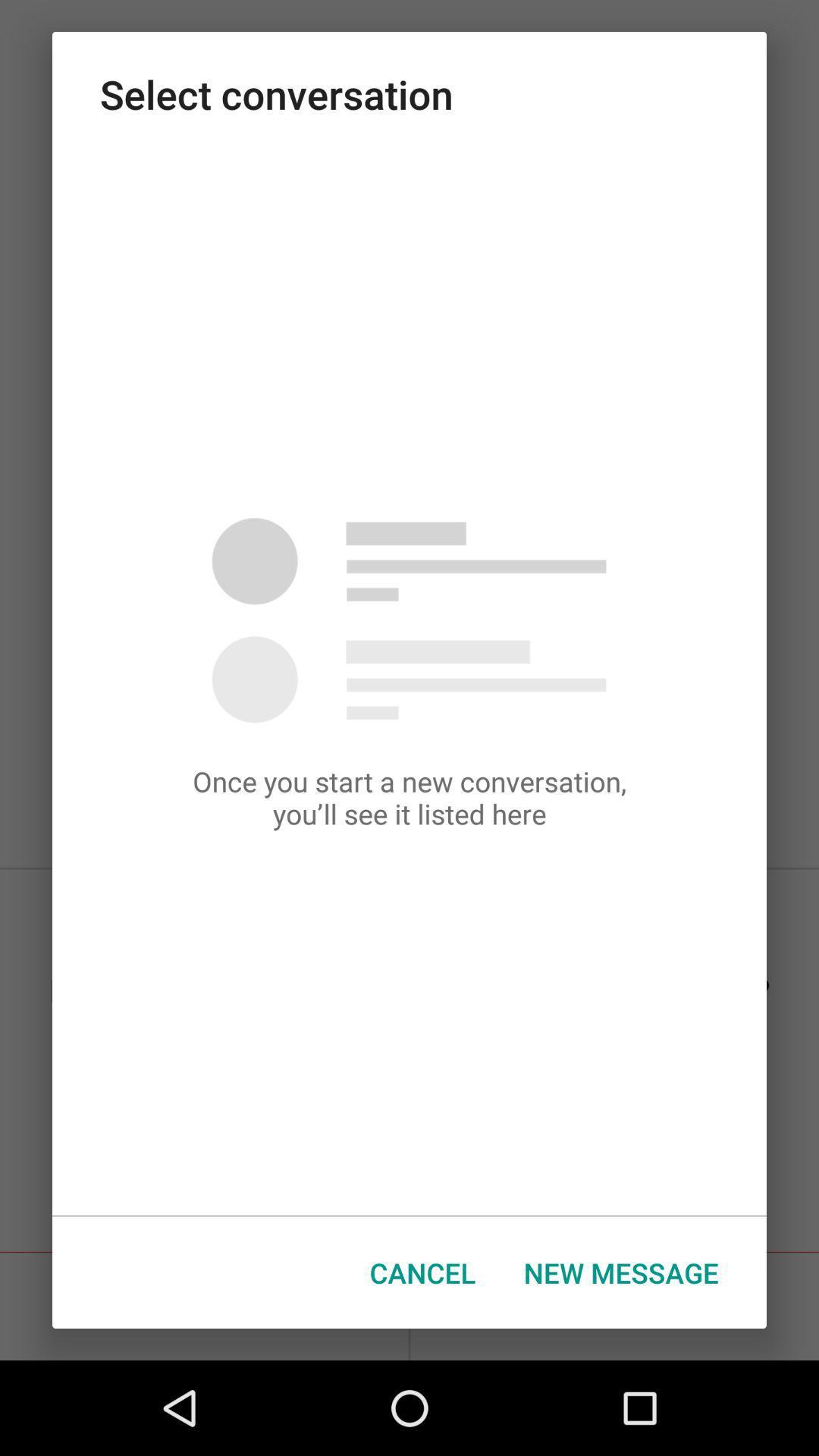 The width and height of the screenshot is (819, 1456). What do you see at coordinates (621, 1272) in the screenshot?
I see `icon next to the cancel` at bounding box center [621, 1272].